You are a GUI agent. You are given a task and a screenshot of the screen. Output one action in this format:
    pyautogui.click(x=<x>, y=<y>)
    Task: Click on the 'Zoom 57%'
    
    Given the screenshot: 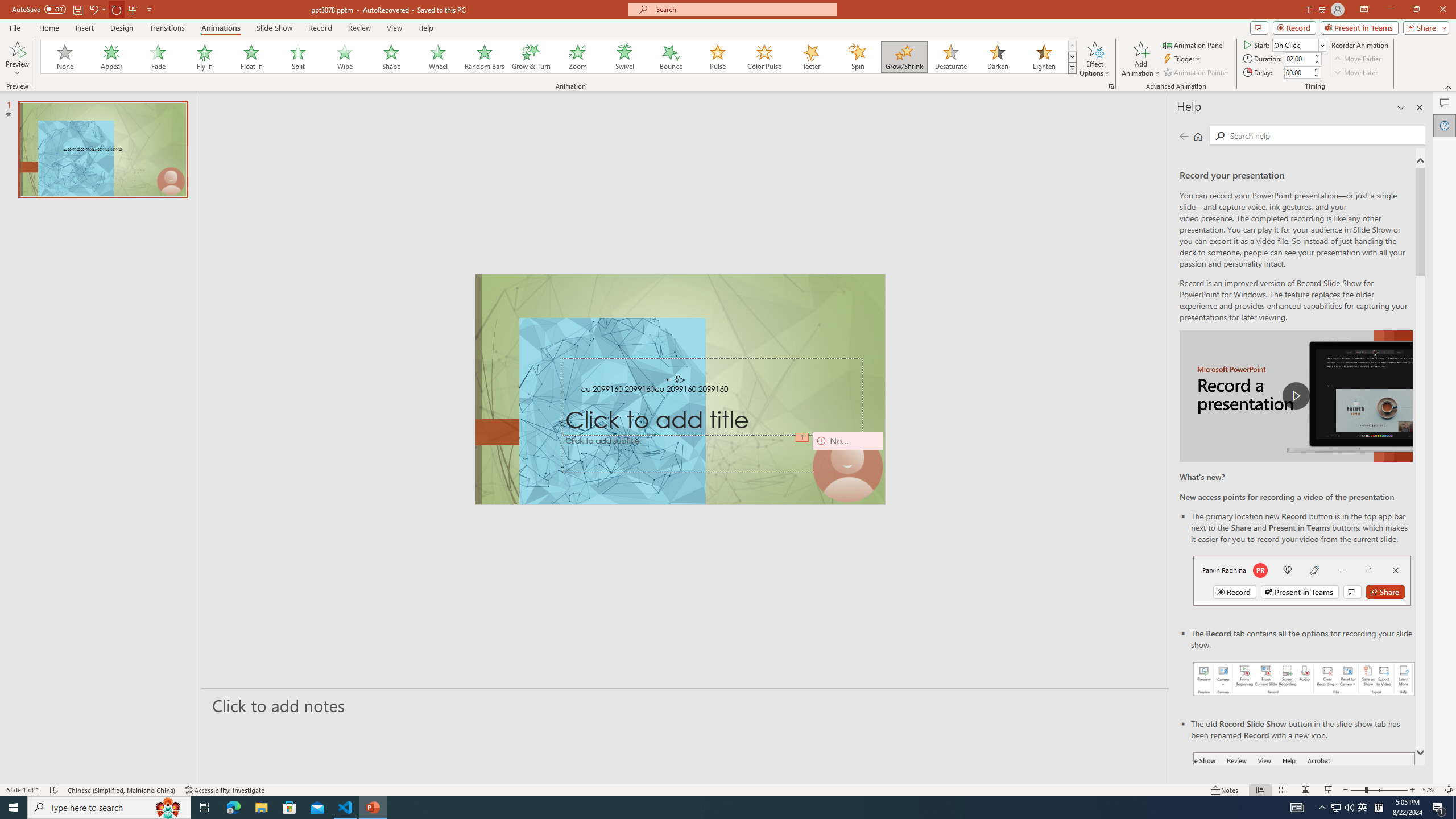 What is the action you would take?
    pyautogui.click(x=1430, y=790)
    